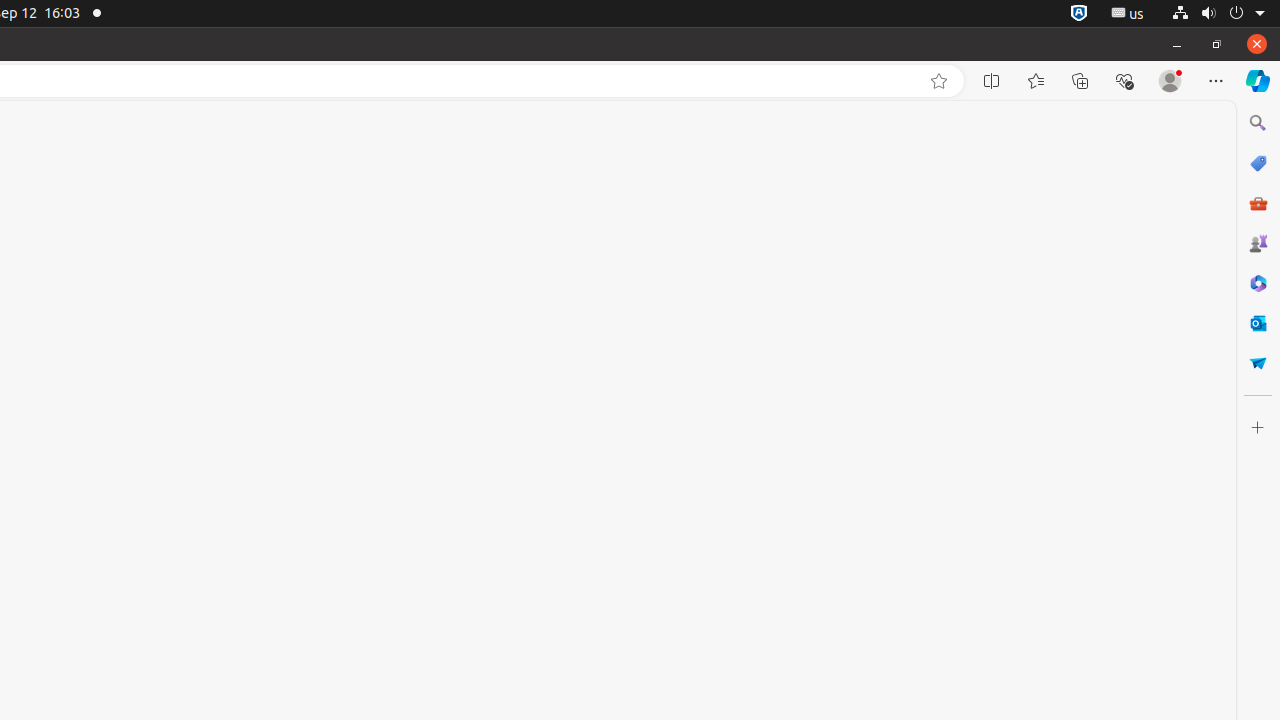  What do you see at coordinates (1215, 80) in the screenshot?
I see `'Settings and more (Alt+F)'` at bounding box center [1215, 80].